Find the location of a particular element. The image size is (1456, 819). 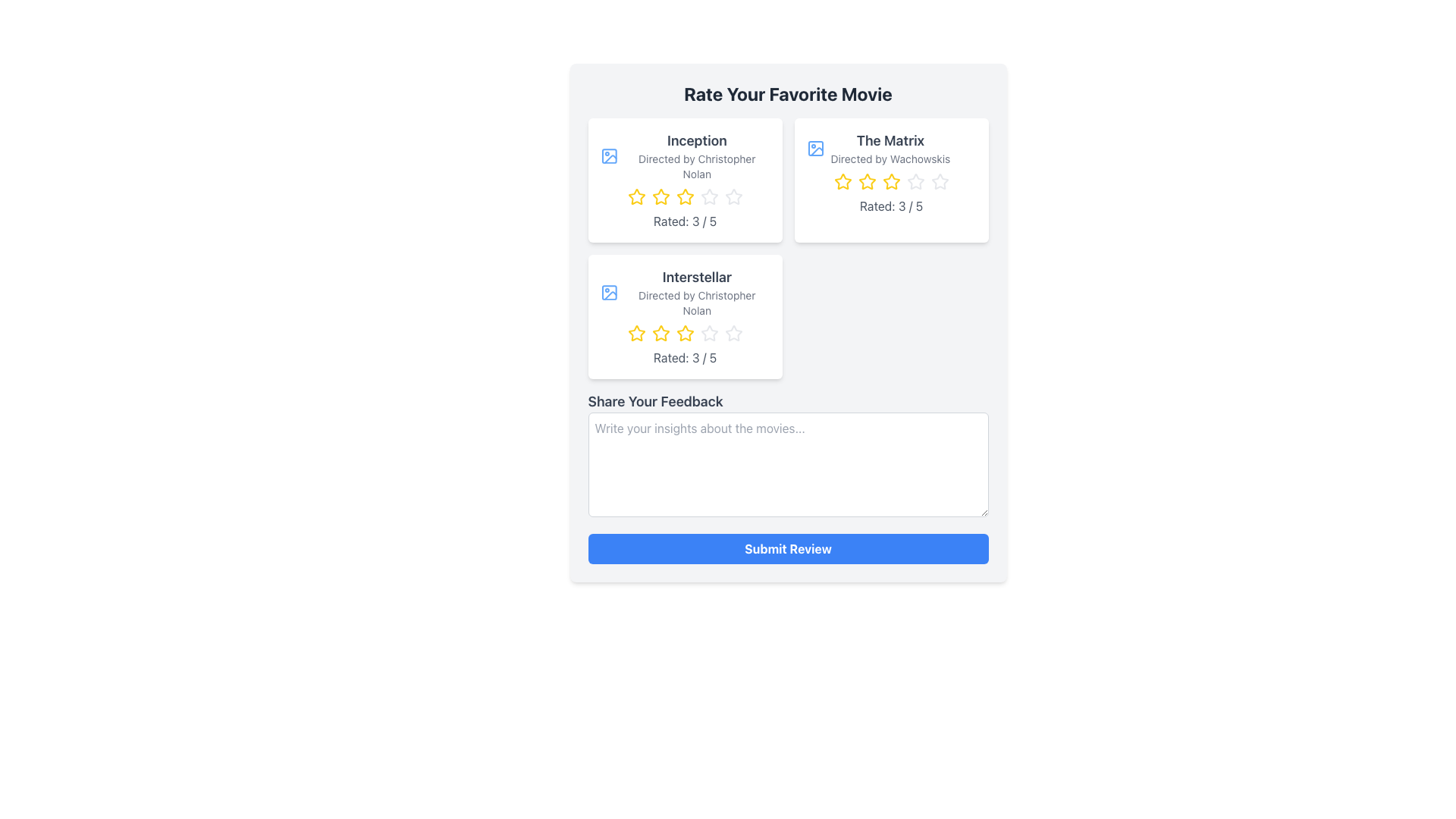

the third star in the top-right rating row for the movie 'The Matrix' is located at coordinates (891, 180).